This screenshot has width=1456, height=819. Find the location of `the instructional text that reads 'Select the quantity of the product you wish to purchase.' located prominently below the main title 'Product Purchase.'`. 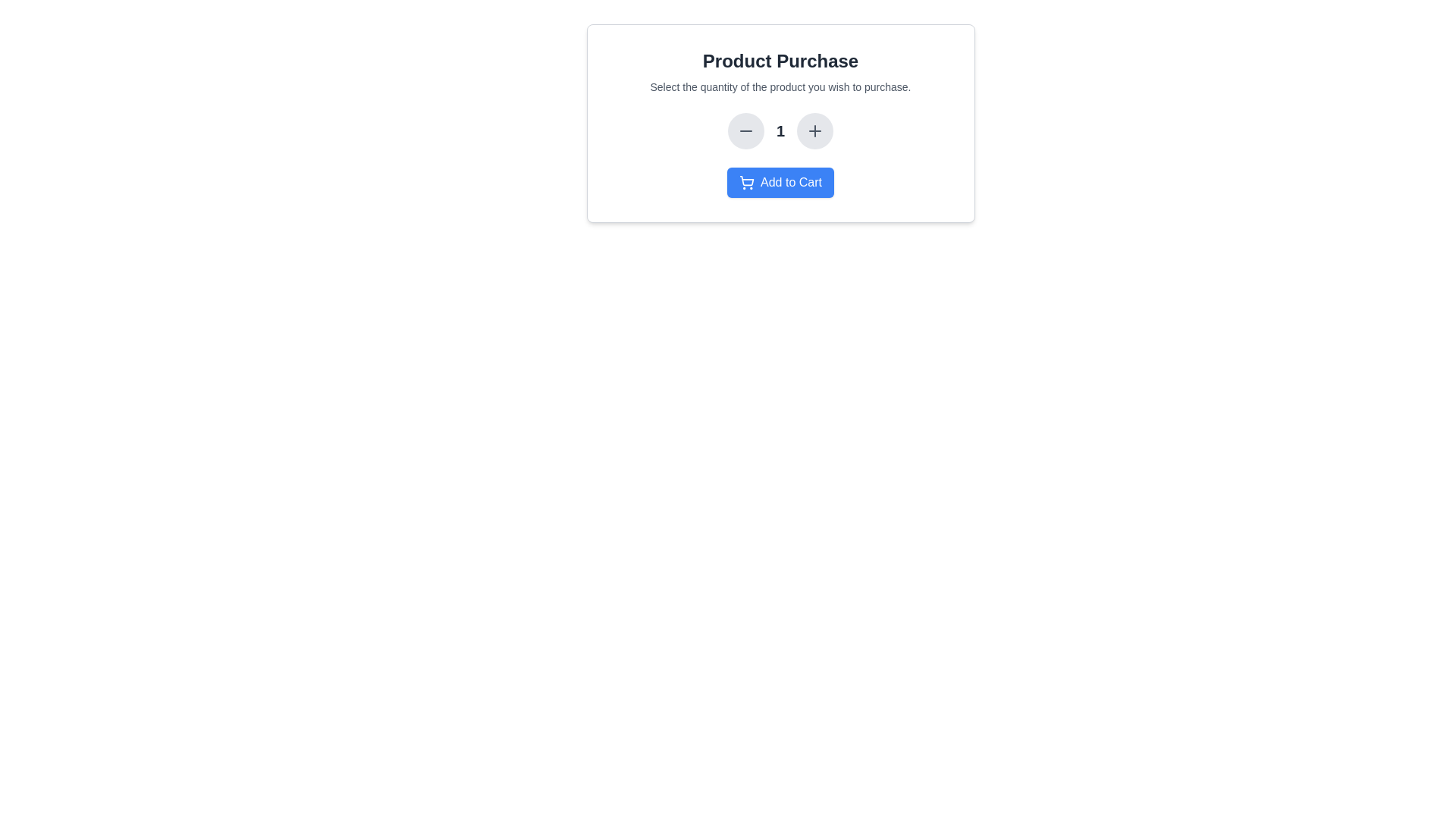

the instructional text that reads 'Select the quantity of the product you wish to purchase.' located prominently below the main title 'Product Purchase.' is located at coordinates (780, 87).